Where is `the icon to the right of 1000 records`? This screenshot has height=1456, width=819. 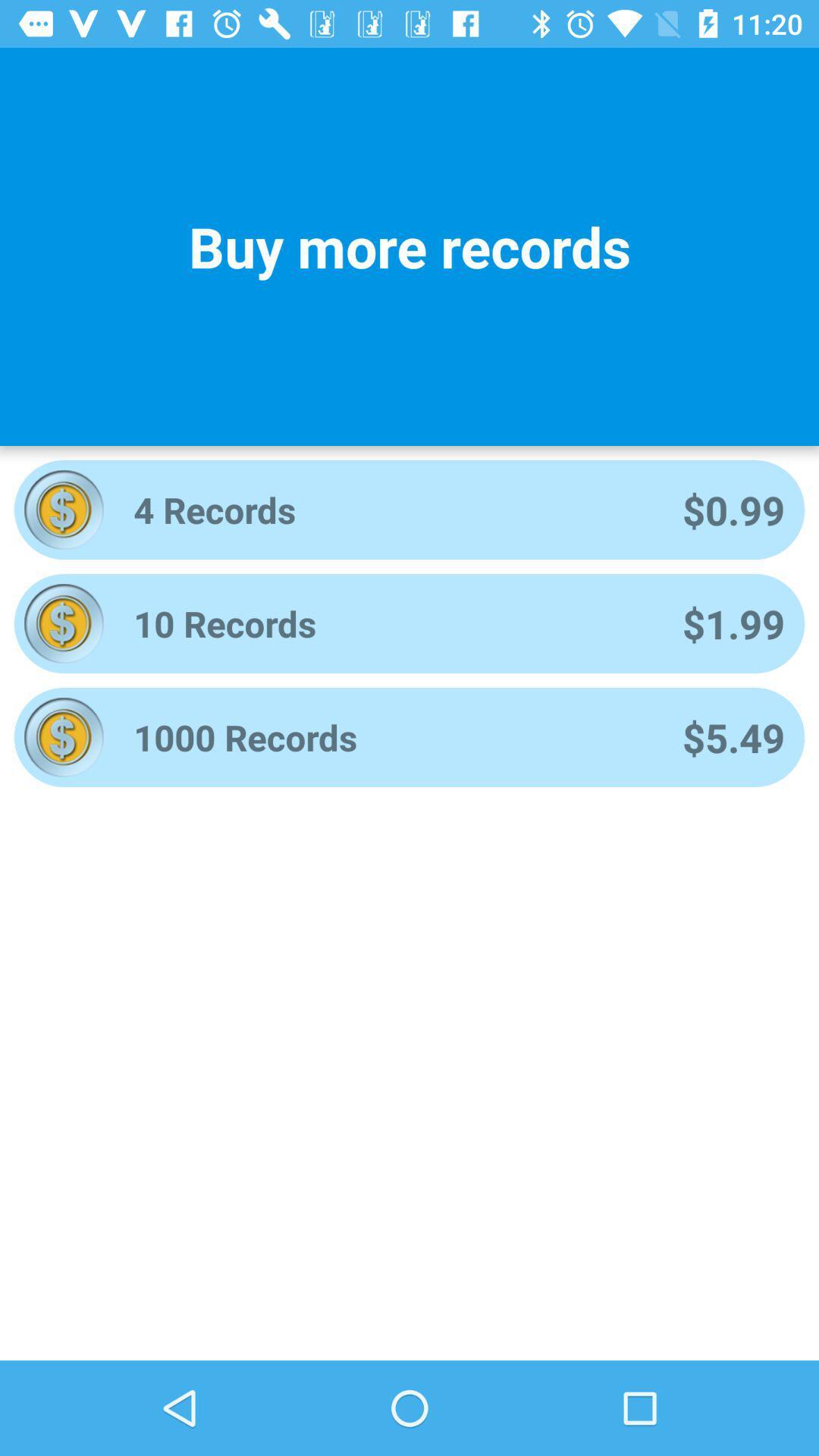
the icon to the right of 1000 records is located at coordinates (733, 737).